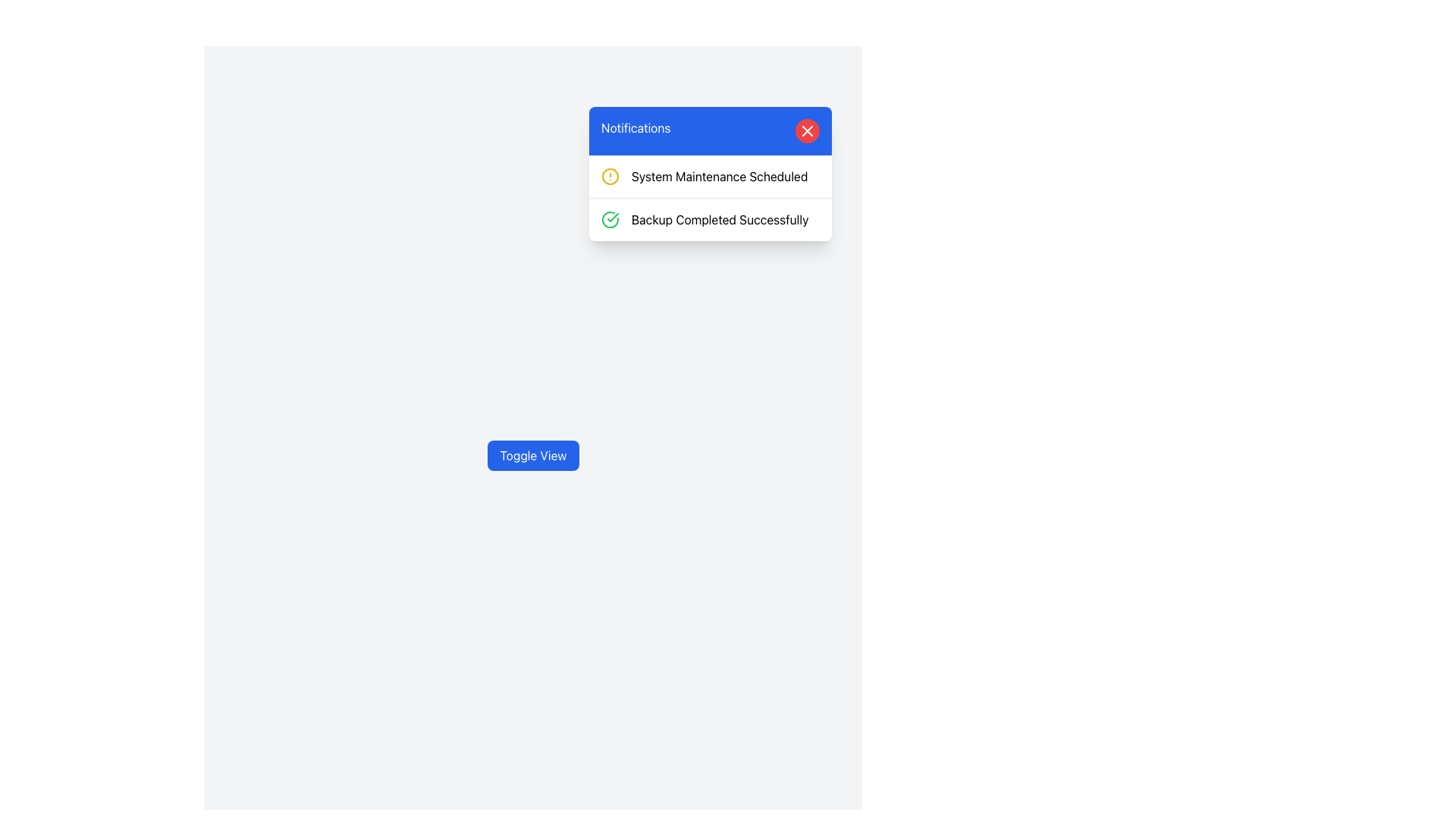 This screenshot has height=819, width=1456. I want to click on the checkmark graphic in the SVG icon indicating 'Backup Completed Successfully', located in the lower region of the notification, so click(613, 217).